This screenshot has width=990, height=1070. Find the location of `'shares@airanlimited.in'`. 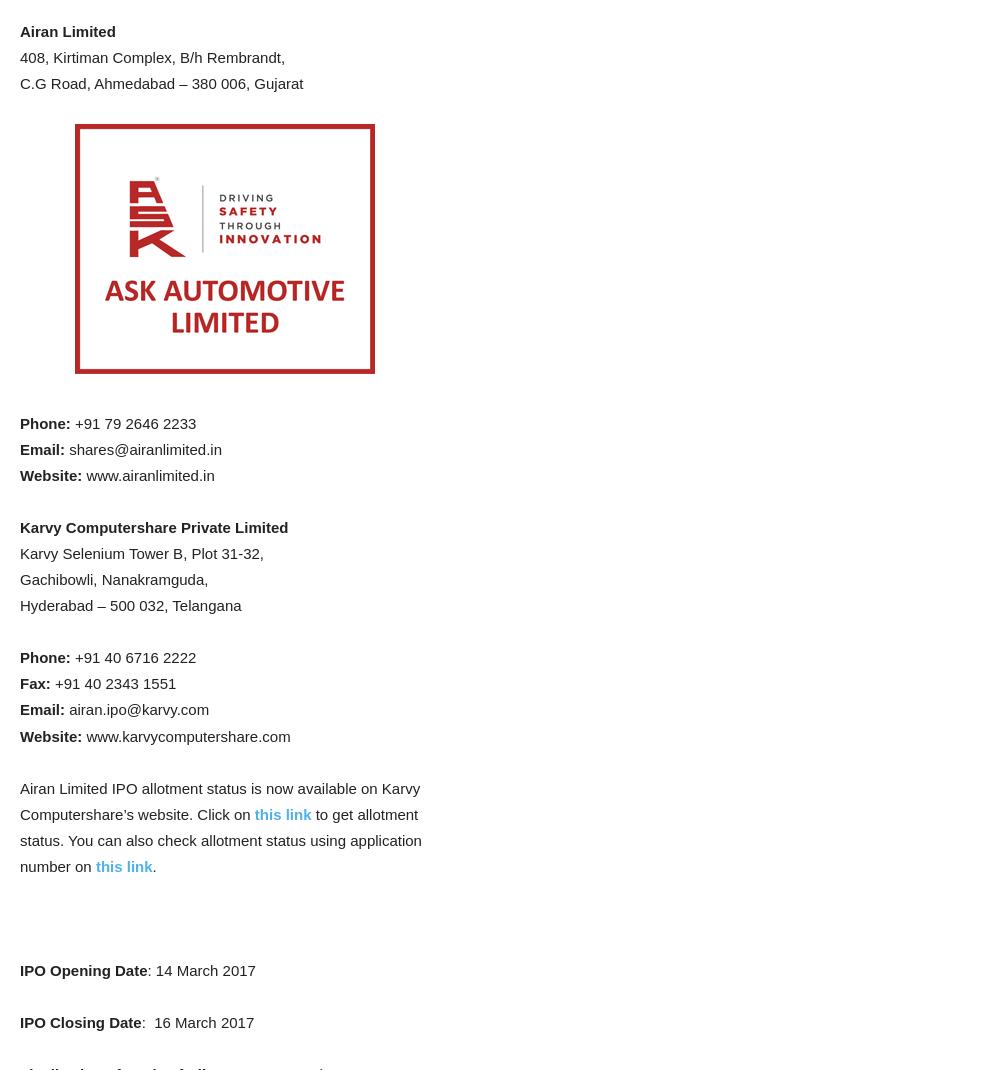

'shares@airanlimited.in' is located at coordinates (144, 448).